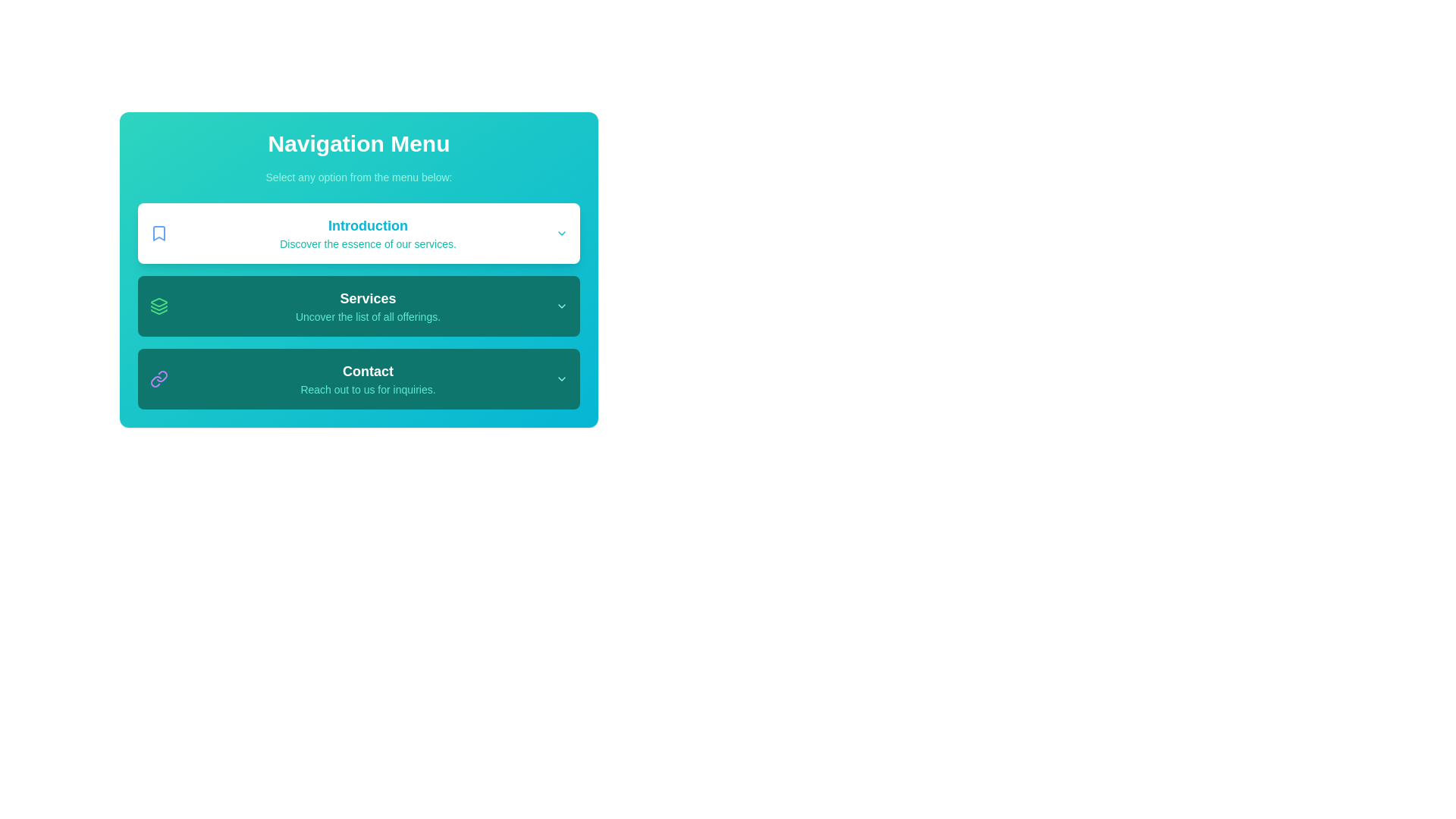  Describe the element at coordinates (560, 378) in the screenshot. I see `the toggle icon located at the far right of the 'Contact' section` at that location.